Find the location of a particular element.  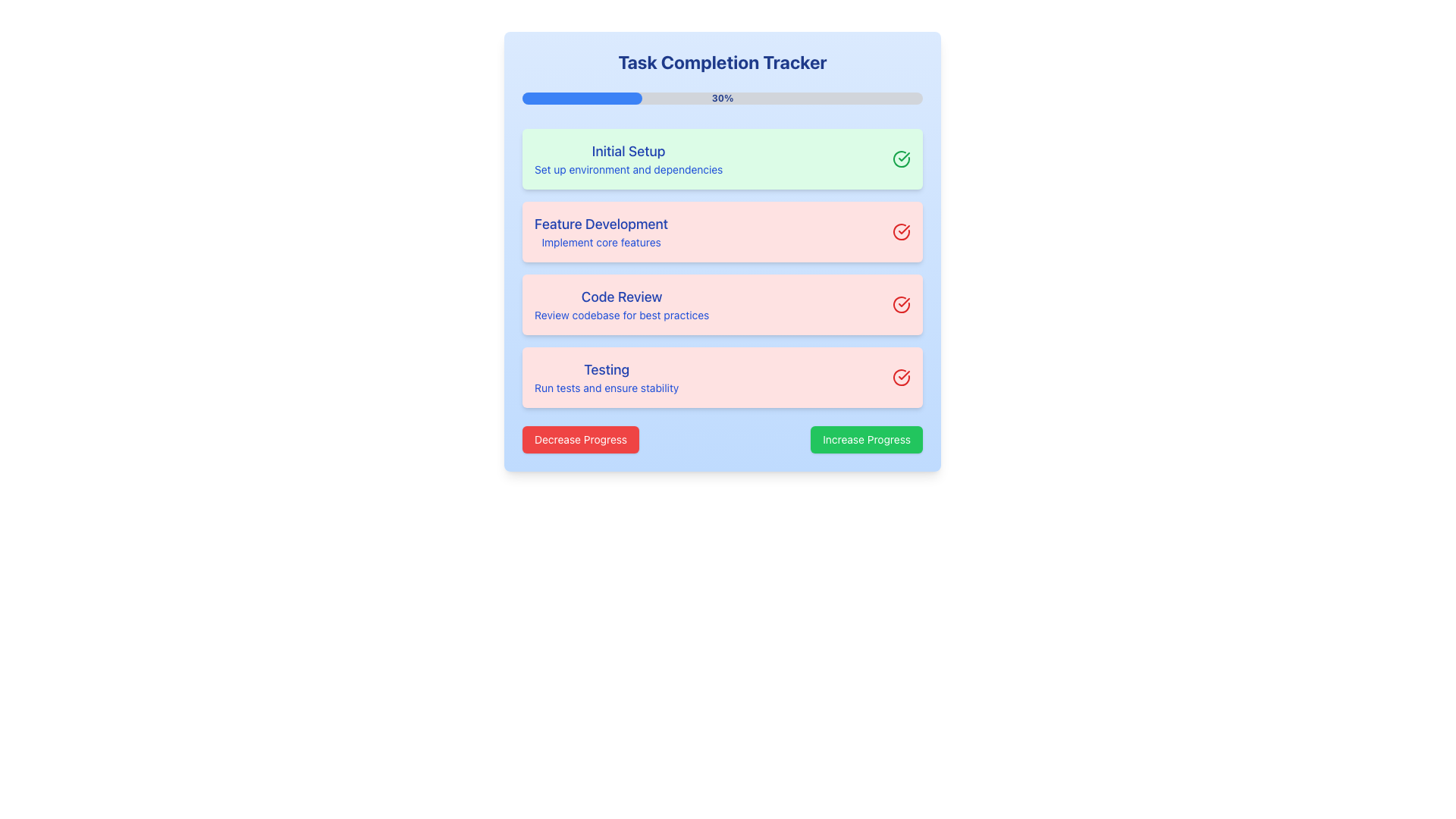

the red circular checkmark icon located to the right of the 'Feature Development' text in the task list is located at coordinates (902, 231).